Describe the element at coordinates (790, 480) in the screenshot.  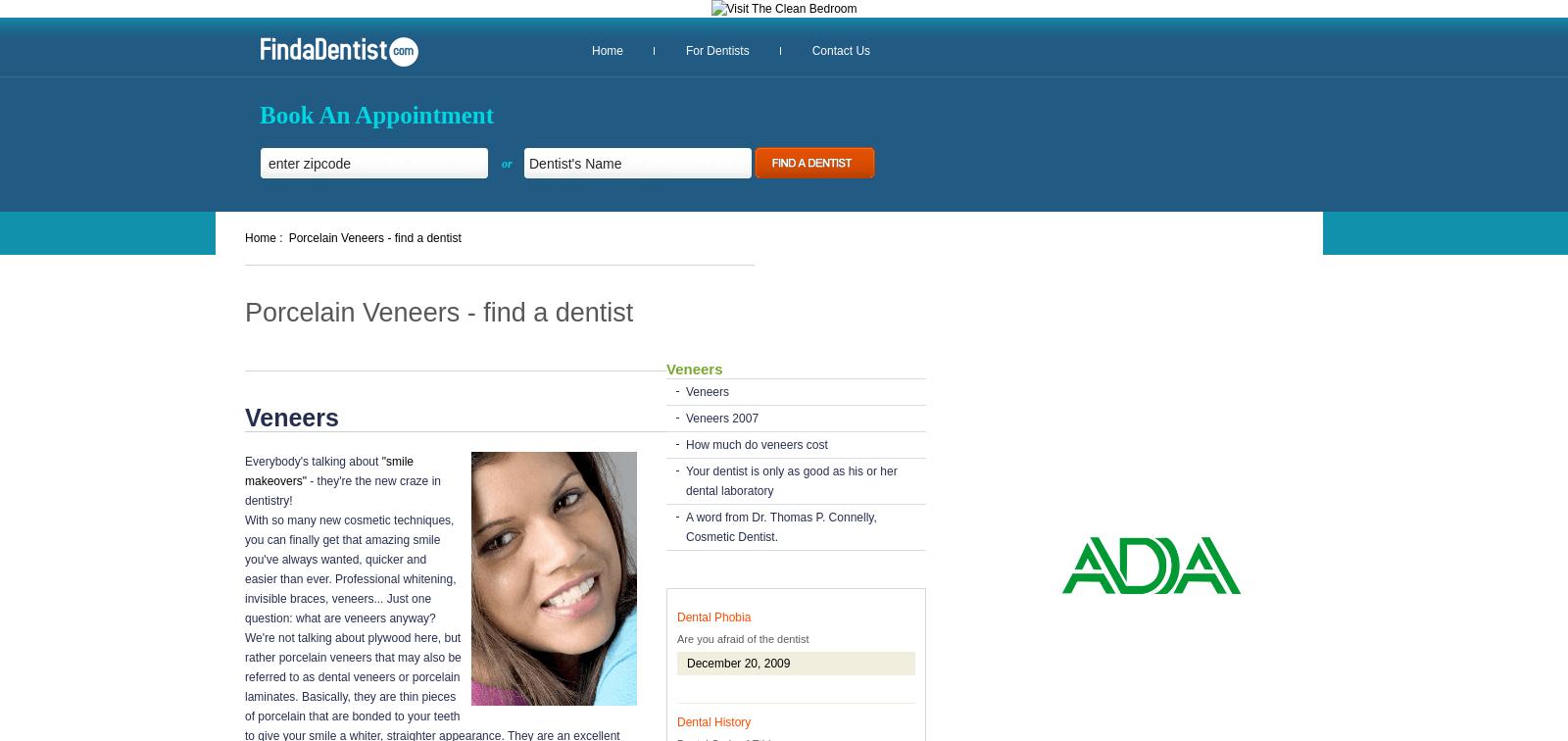
I see `'Your dentist is only as good as his or her dental laboratory'` at that location.